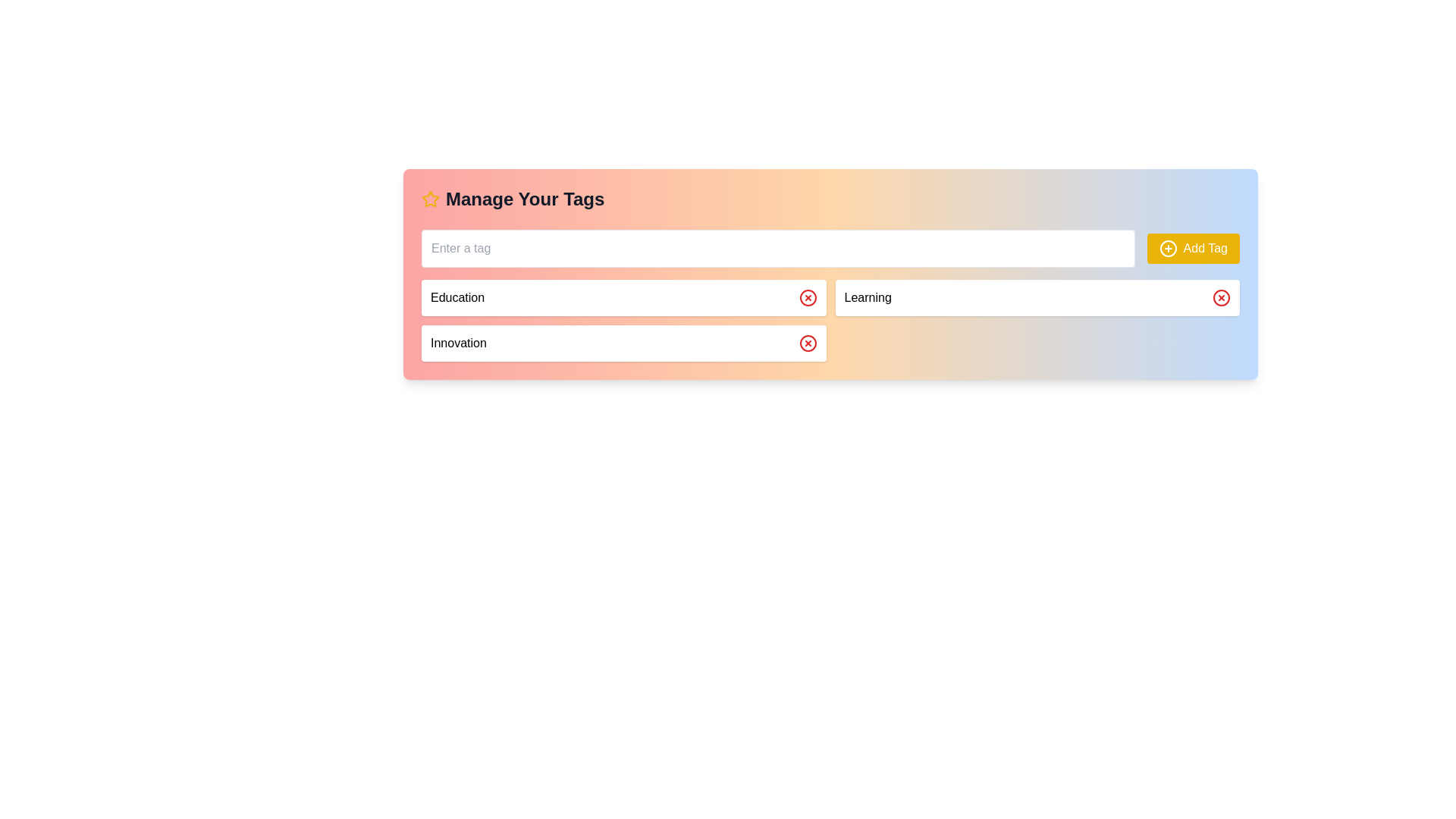  I want to click on the delete button represented as an SVG graphic on the far right of the 'Learning' row in the tag management section, so click(1222, 298).